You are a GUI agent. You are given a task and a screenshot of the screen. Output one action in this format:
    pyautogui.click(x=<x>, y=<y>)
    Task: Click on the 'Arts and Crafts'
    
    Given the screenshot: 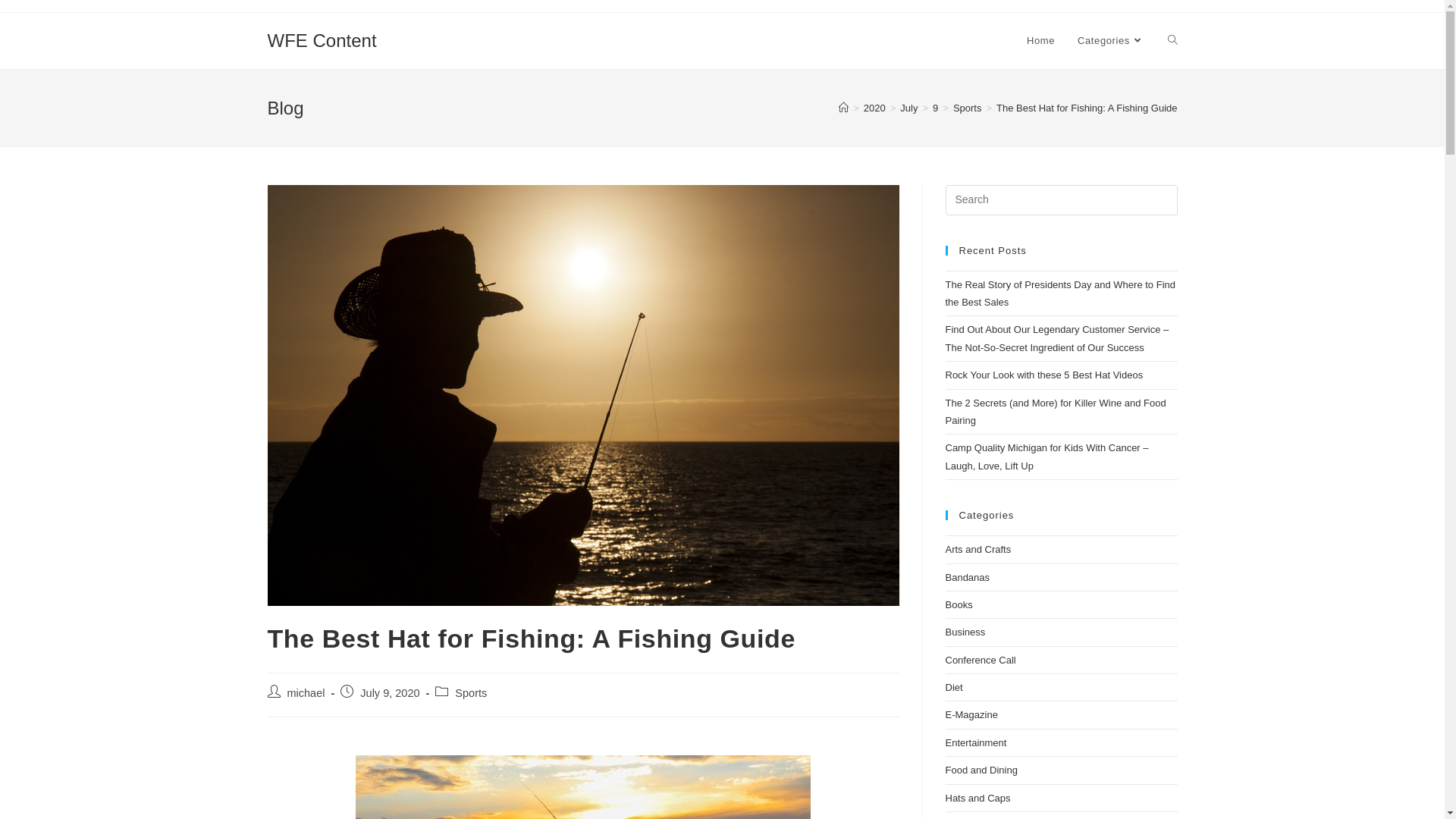 What is the action you would take?
    pyautogui.click(x=977, y=549)
    